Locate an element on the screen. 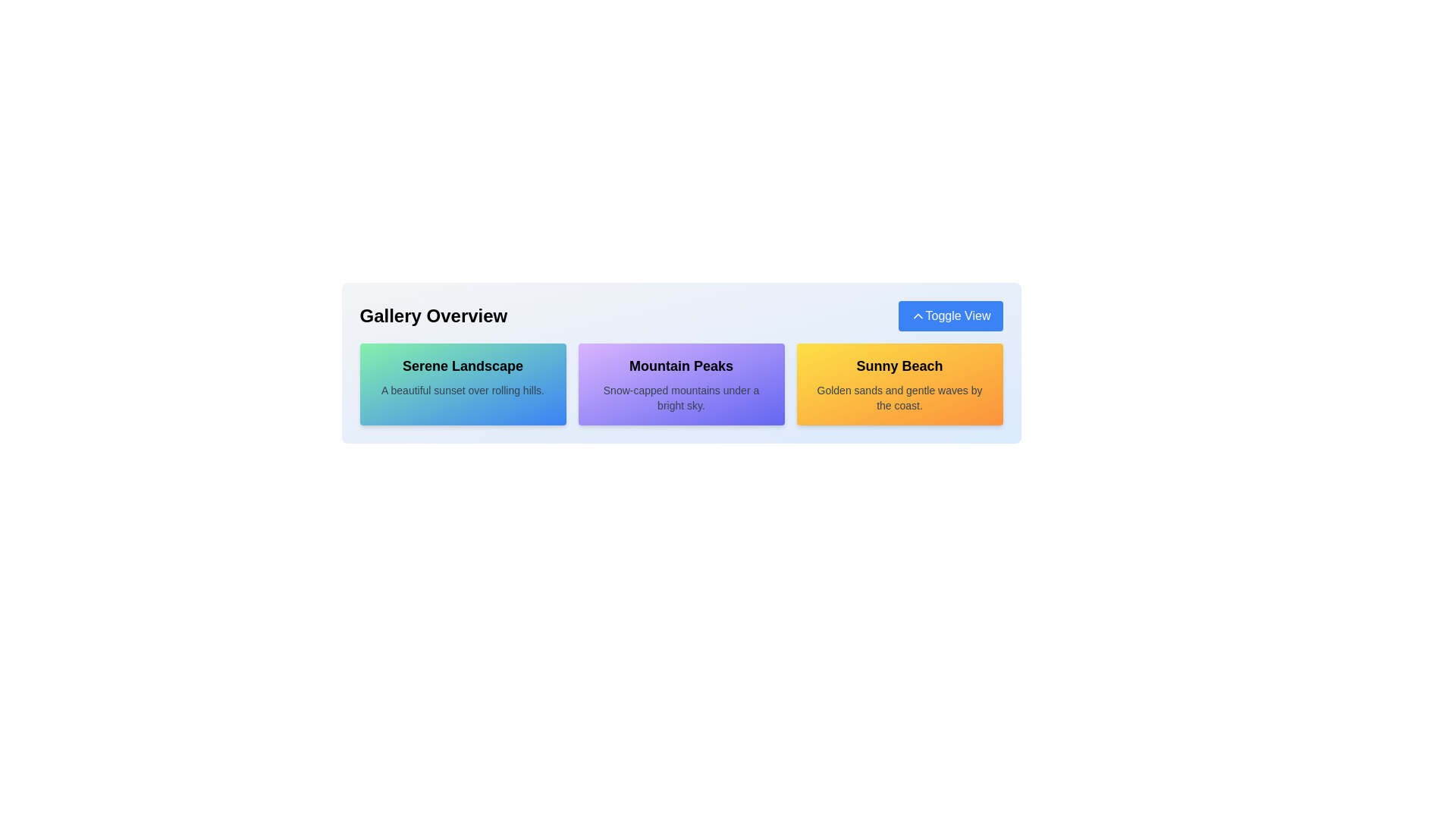  the static informational card displaying information about 'Mountain Peaks', which is the middle block in a row of three blocks is located at coordinates (680, 383).